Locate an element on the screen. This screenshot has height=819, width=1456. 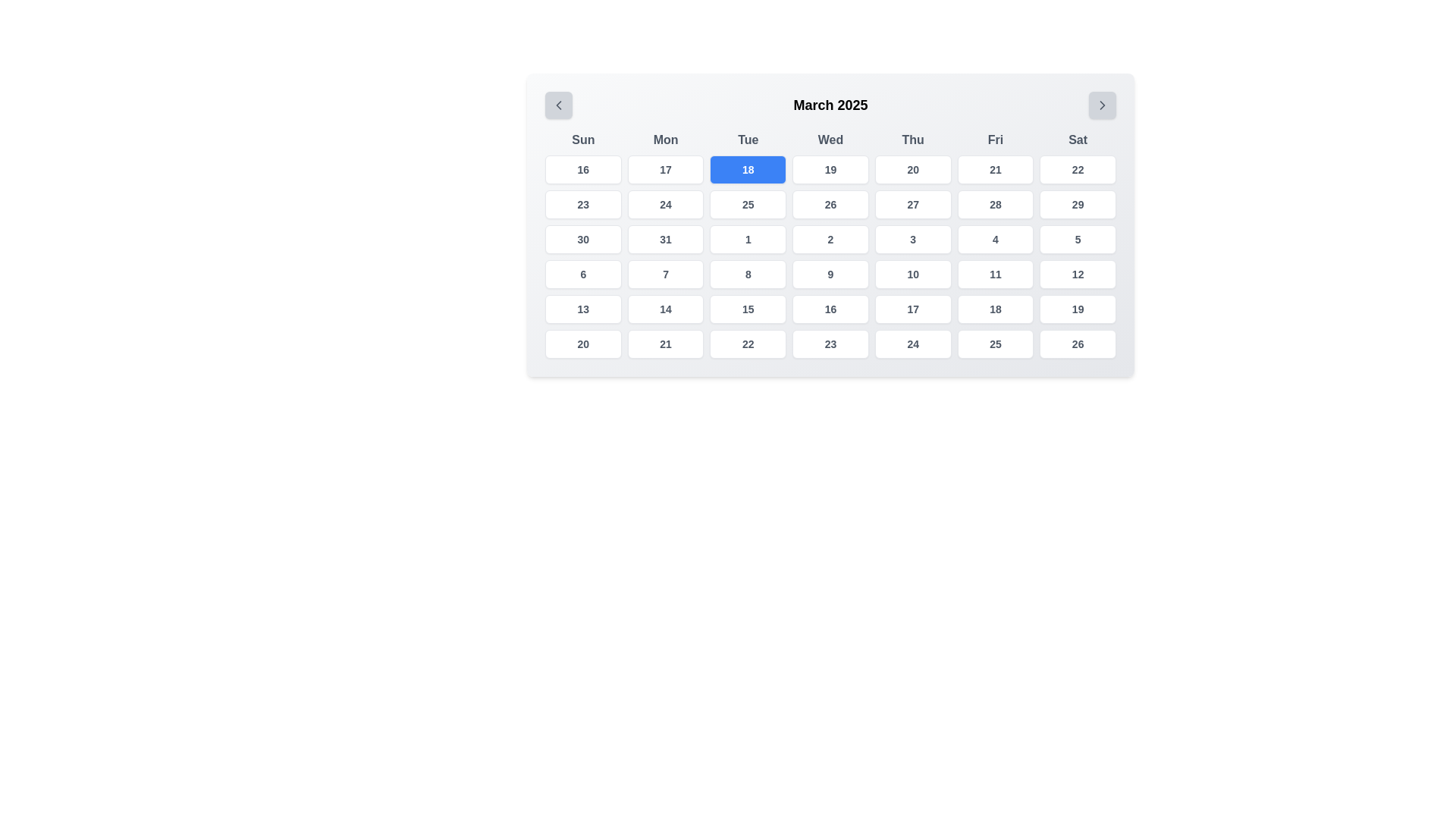
the static label indicating 'Thursday' in the calendar interface, which is positioned in the fifth position of a row of days is located at coordinates (912, 140).